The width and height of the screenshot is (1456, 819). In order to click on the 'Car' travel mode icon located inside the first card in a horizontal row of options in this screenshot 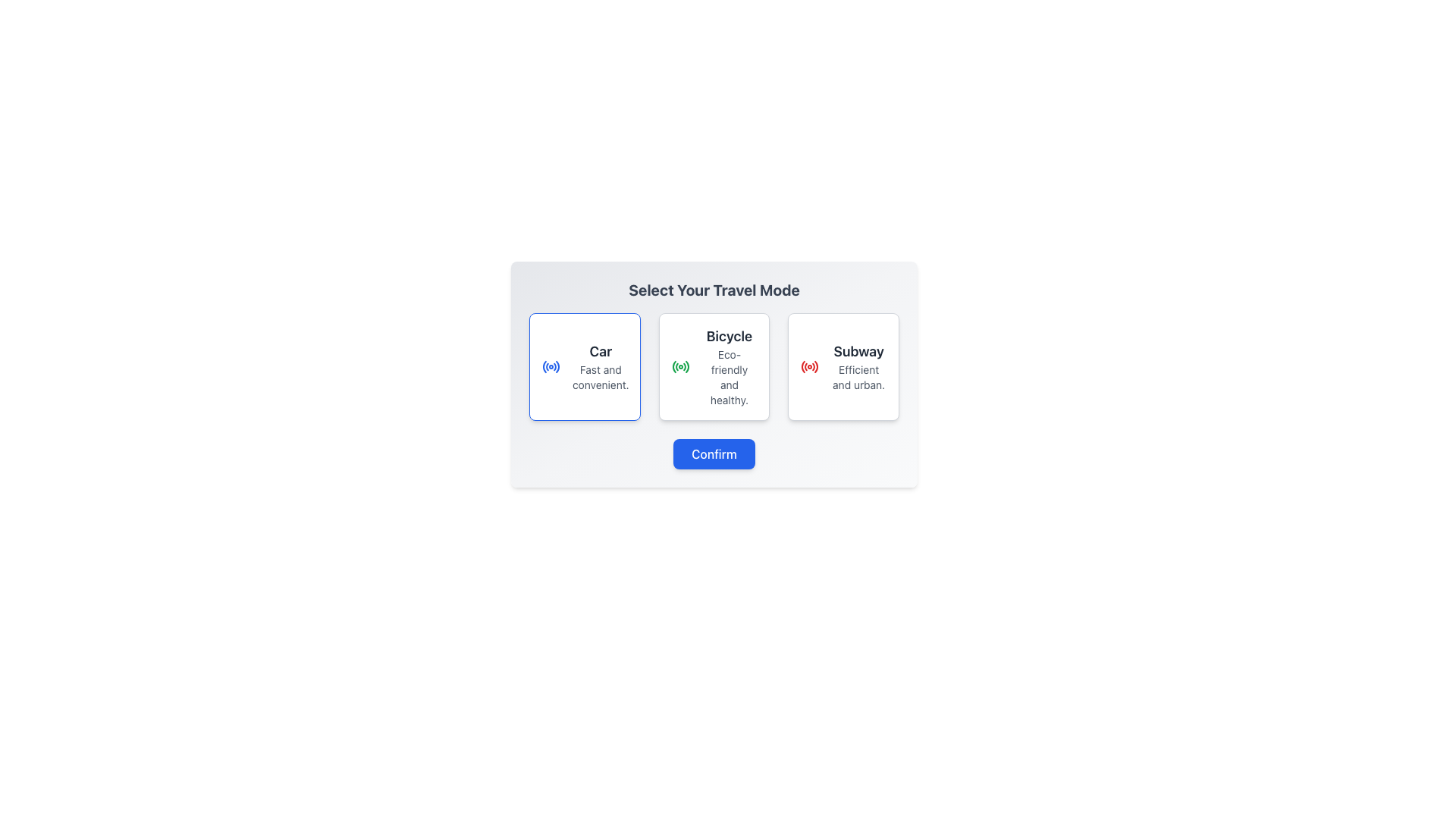, I will do `click(550, 366)`.